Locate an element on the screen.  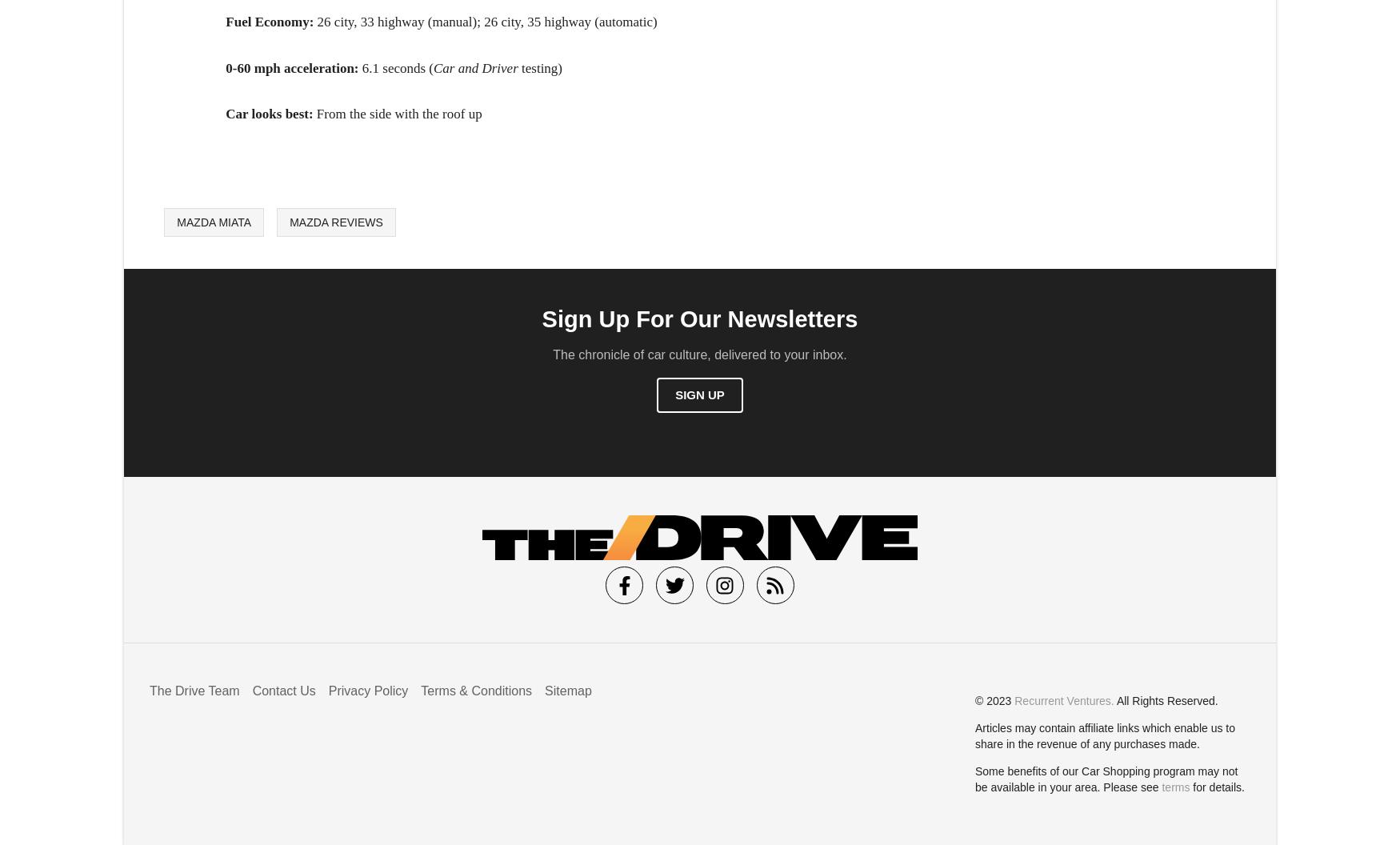
'Some benefits of our Car Shopping program may not be available in your area. Please see' is located at coordinates (1106, 779).